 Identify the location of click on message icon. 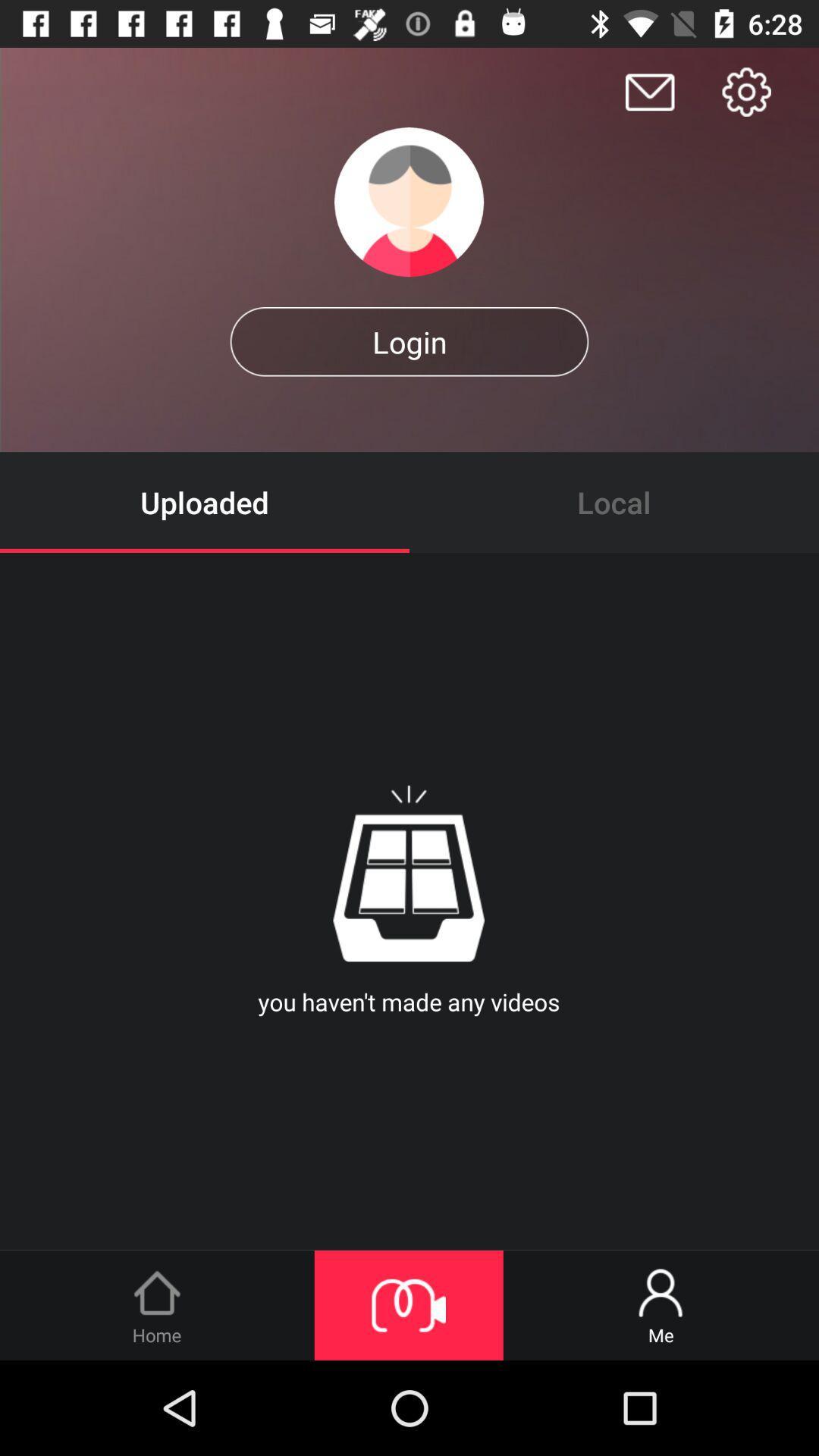
(649, 91).